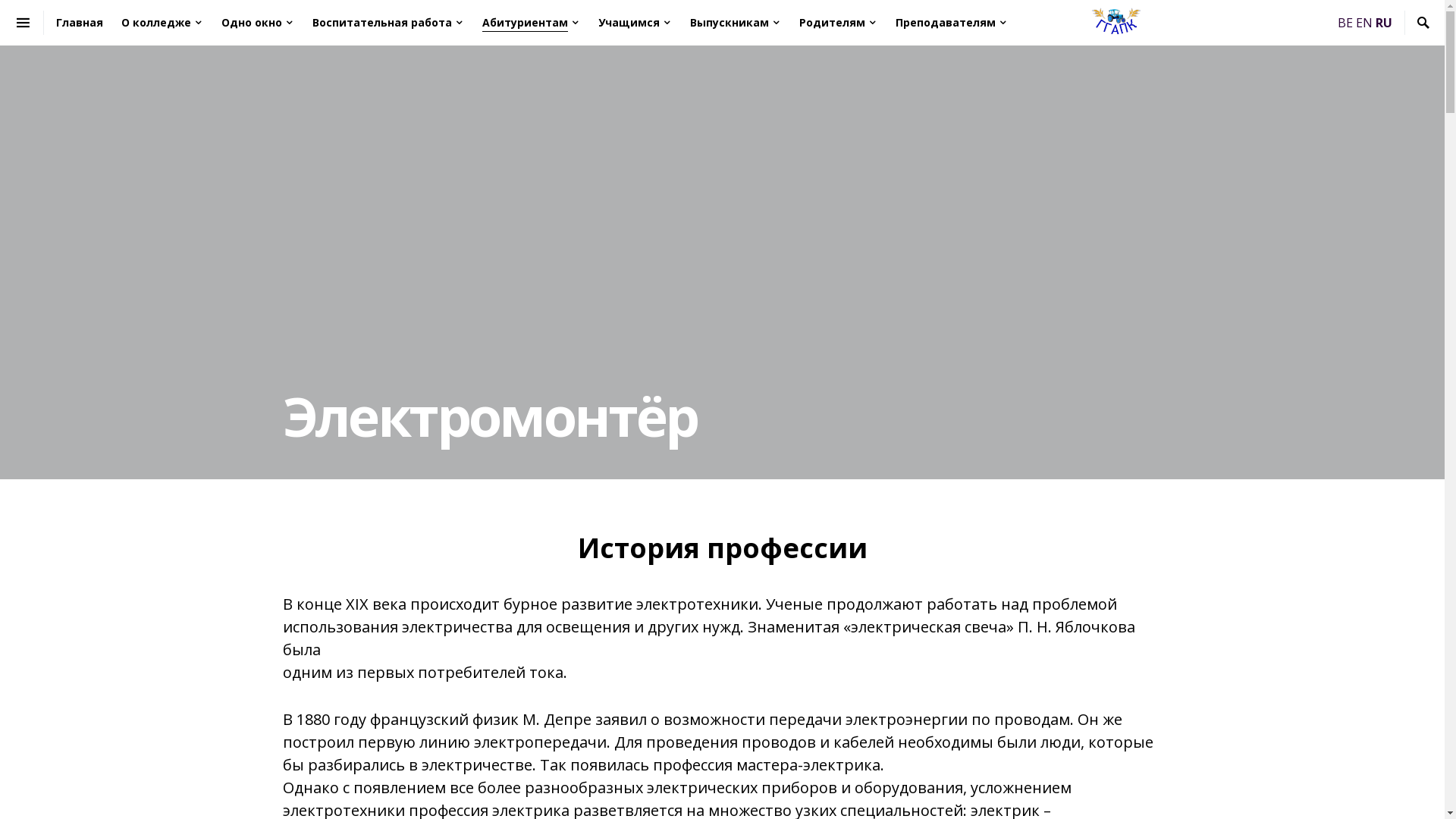  What do you see at coordinates (1356, 22) in the screenshot?
I see `'EN'` at bounding box center [1356, 22].